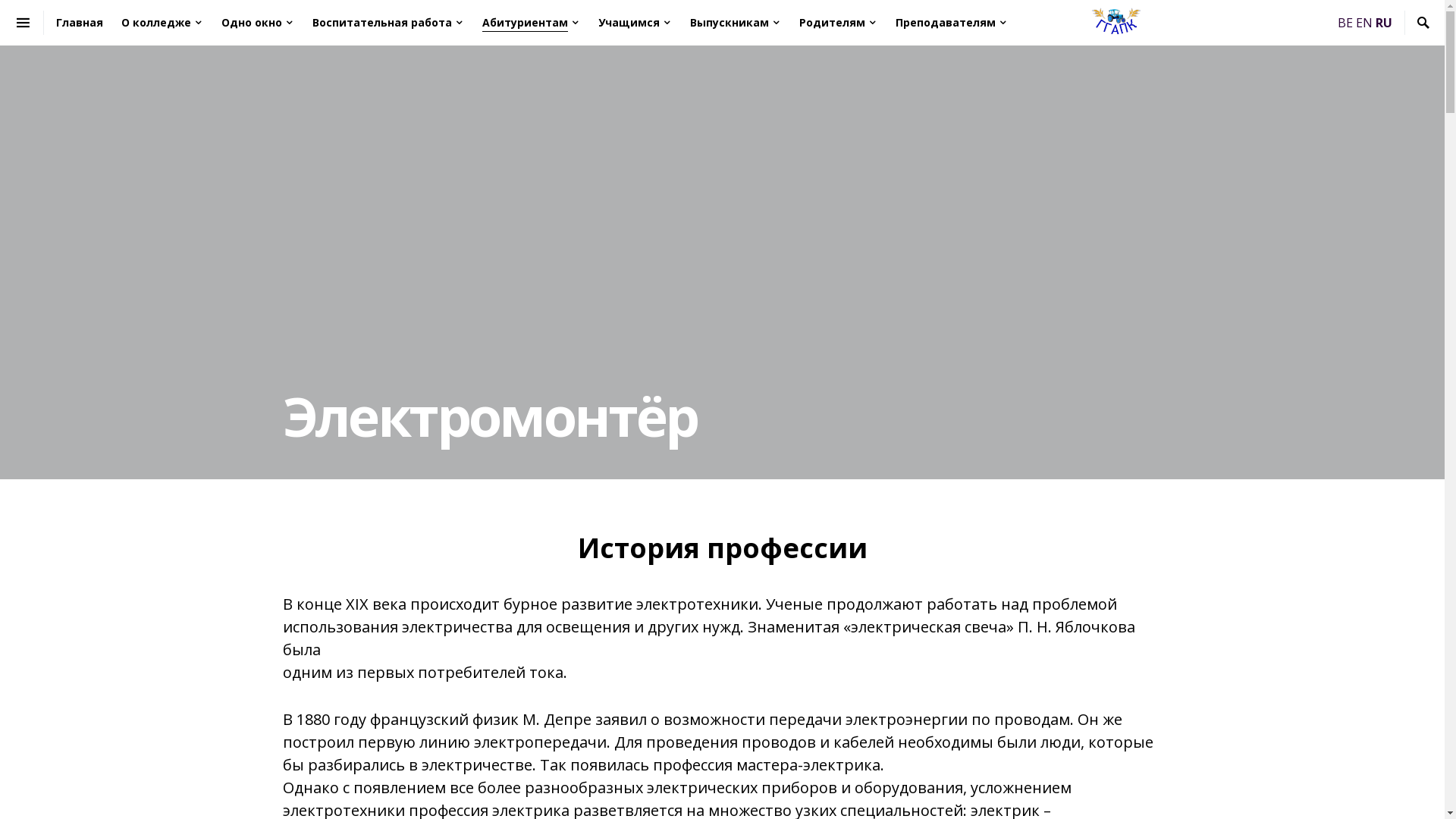  What do you see at coordinates (1356, 22) in the screenshot?
I see `'EN'` at bounding box center [1356, 22].